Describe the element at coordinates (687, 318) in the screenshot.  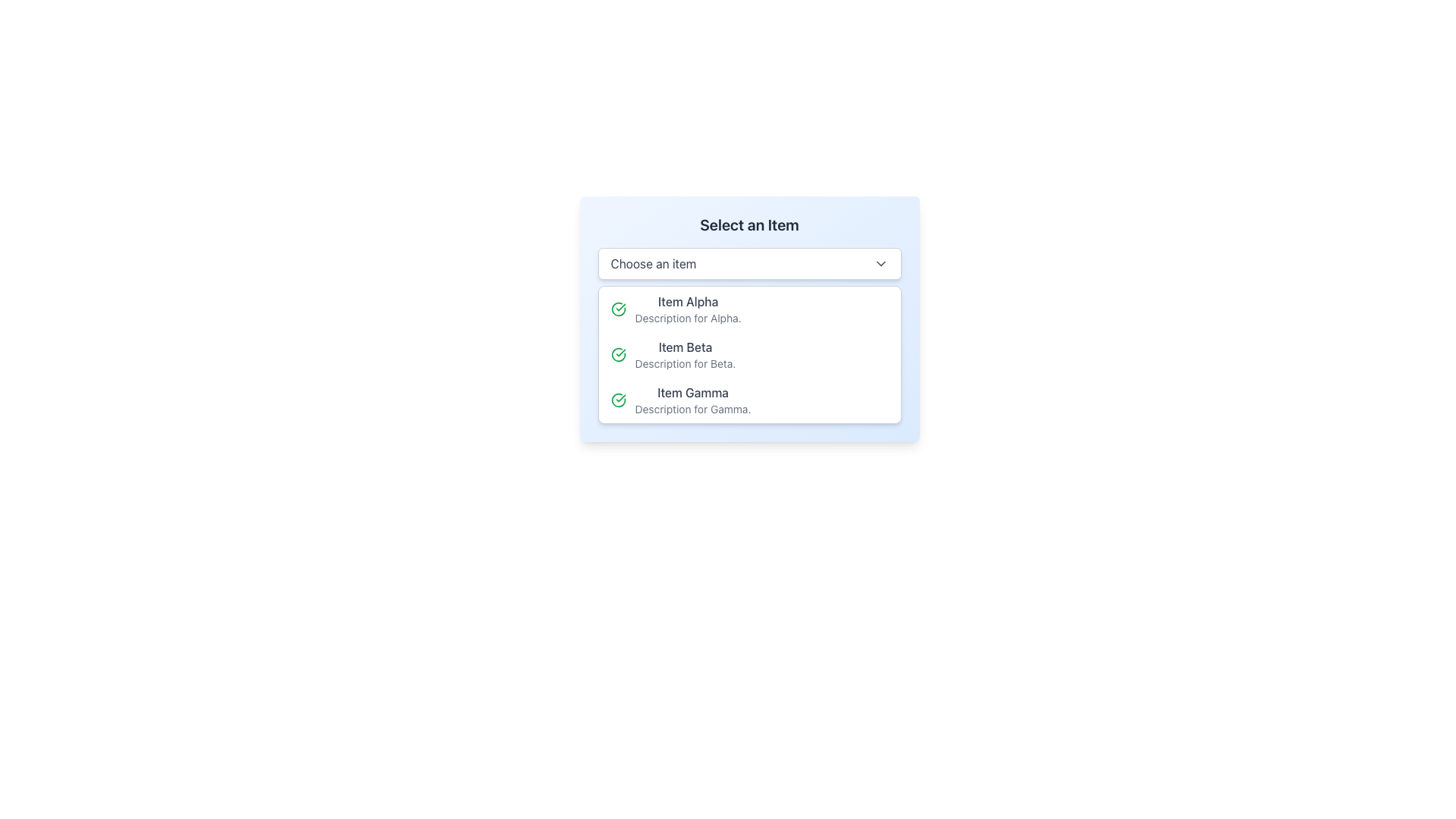
I see `supplementary descriptive text located beneath the 'Item Alpha' option in the dropdown menu under 'Select an Item'` at that location.